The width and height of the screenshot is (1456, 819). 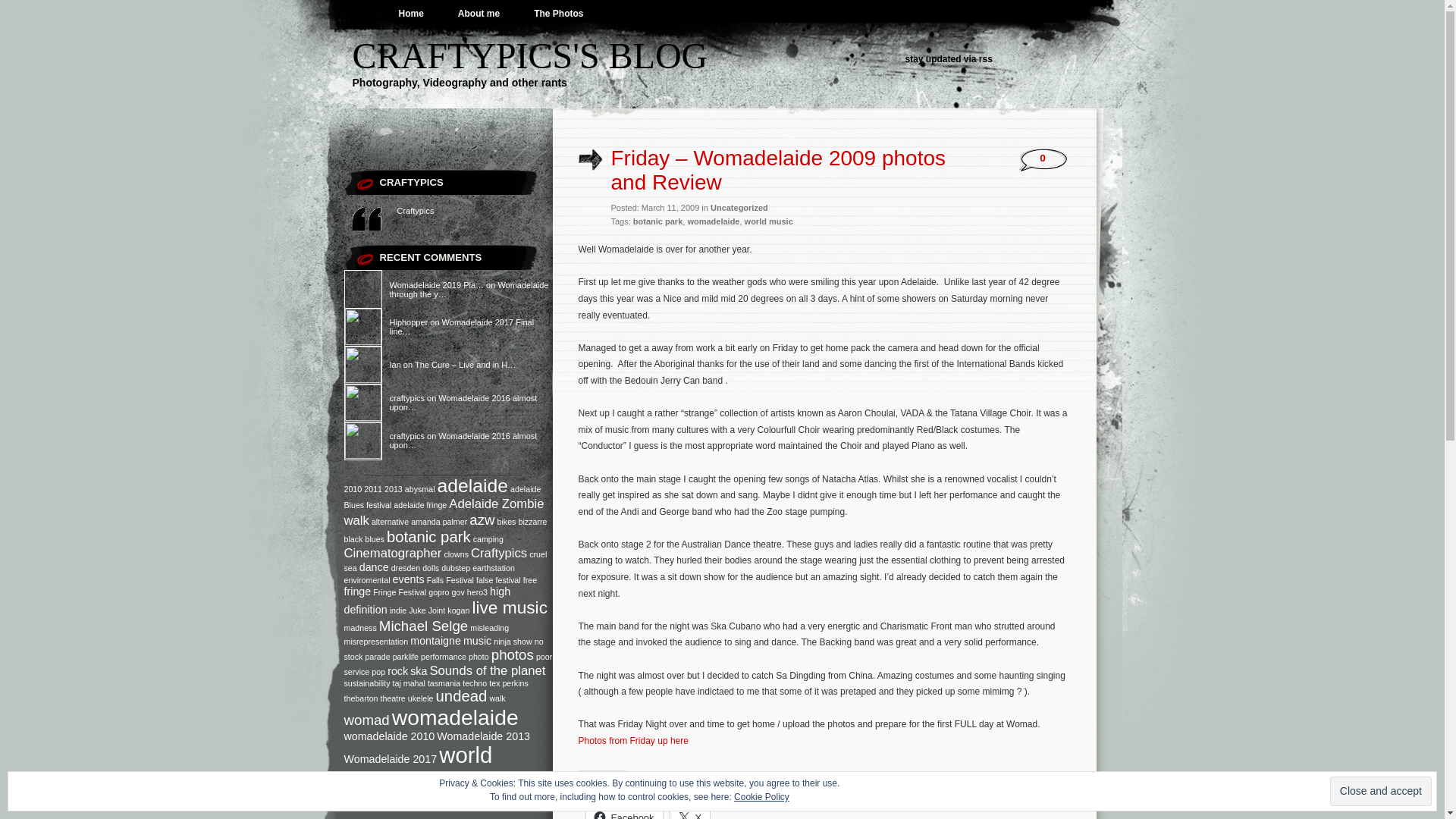 I want to click on 'bizzarre', so click(x=532, y=520).